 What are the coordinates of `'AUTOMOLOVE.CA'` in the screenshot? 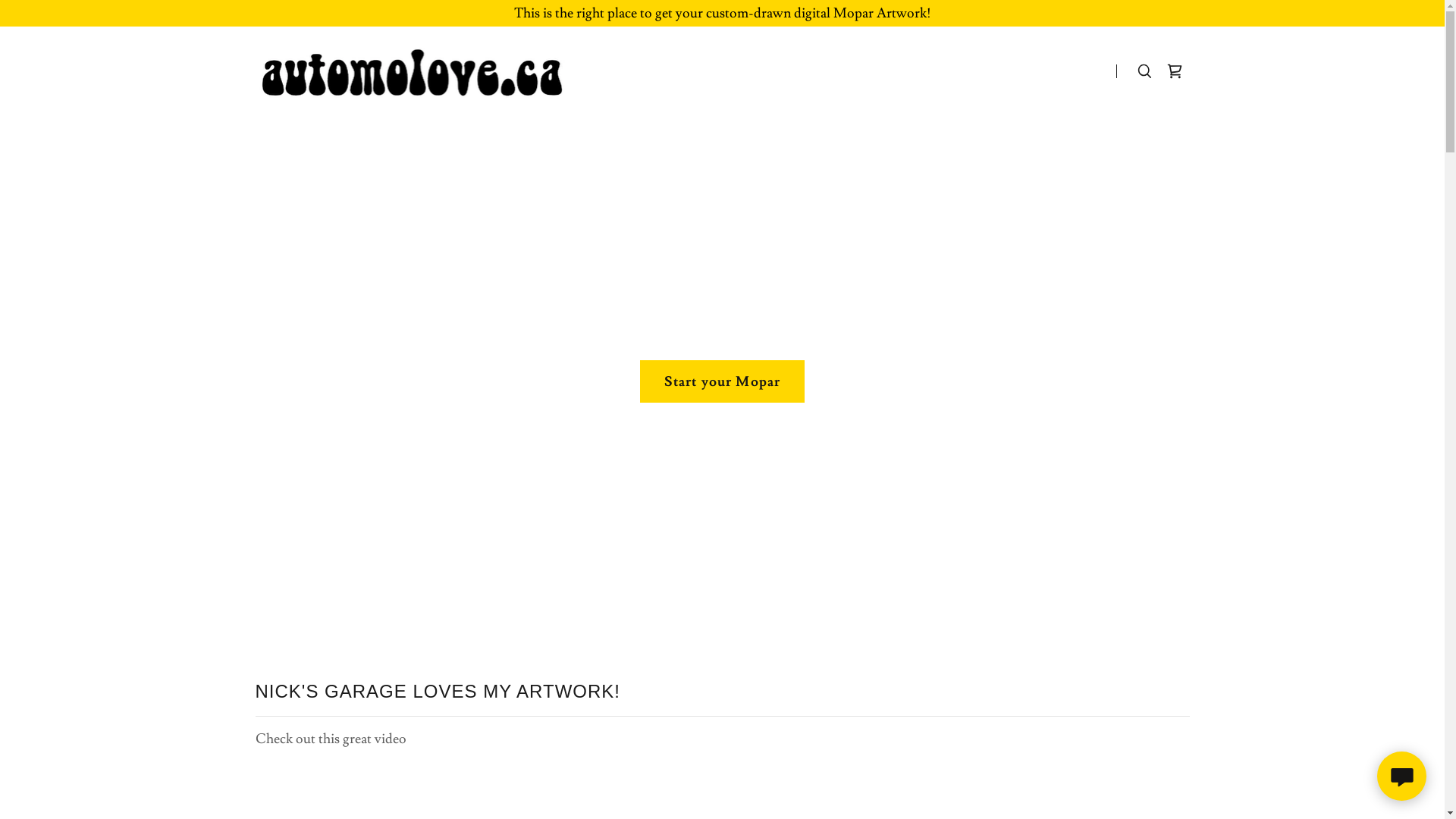 It's located at (418, 67).